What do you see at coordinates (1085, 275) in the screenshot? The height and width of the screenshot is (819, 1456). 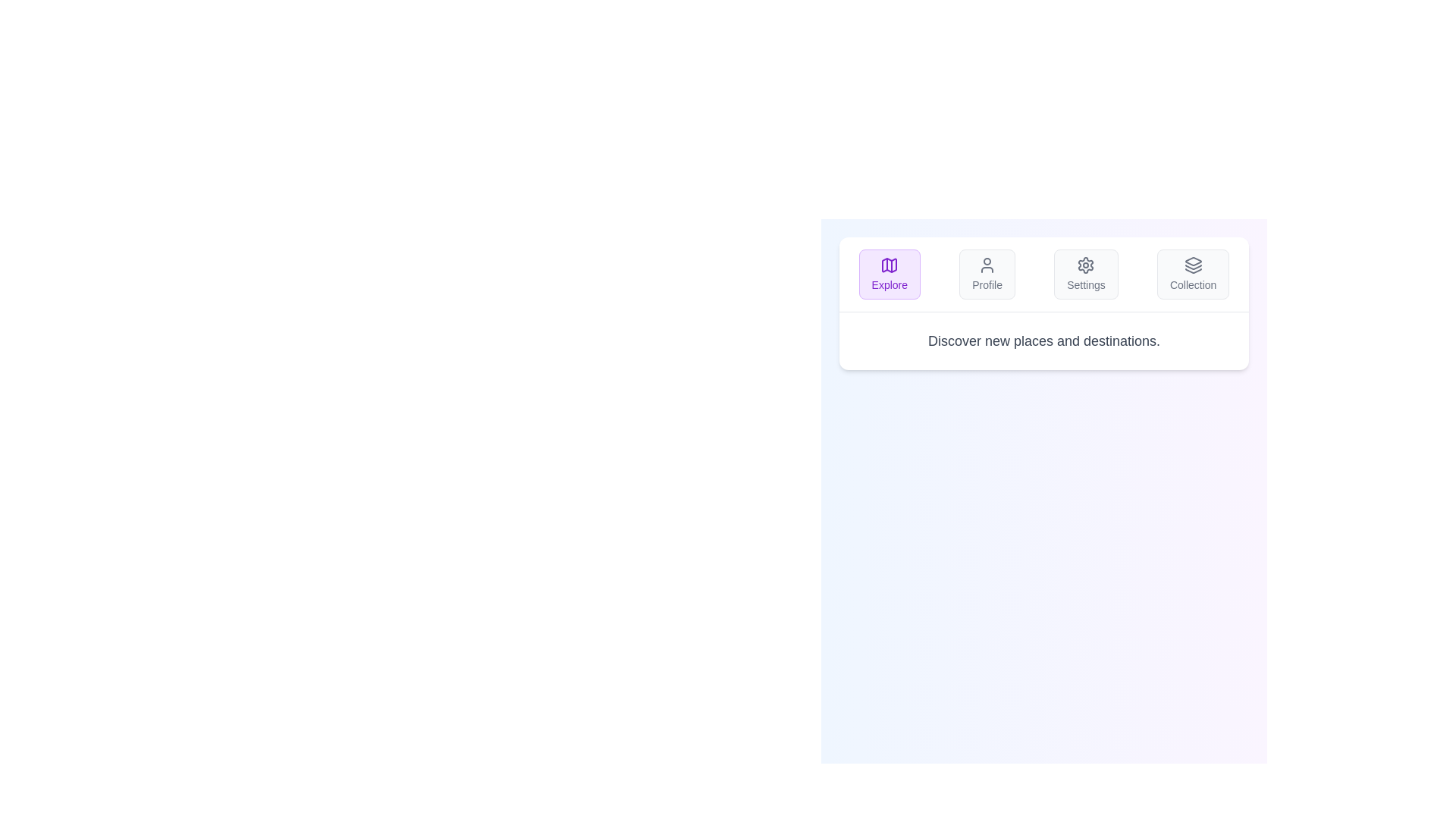 I see `the settings button, which is the third button in a horizontal group of buttons, to change its appearance` at bounding box center [1085, 275].